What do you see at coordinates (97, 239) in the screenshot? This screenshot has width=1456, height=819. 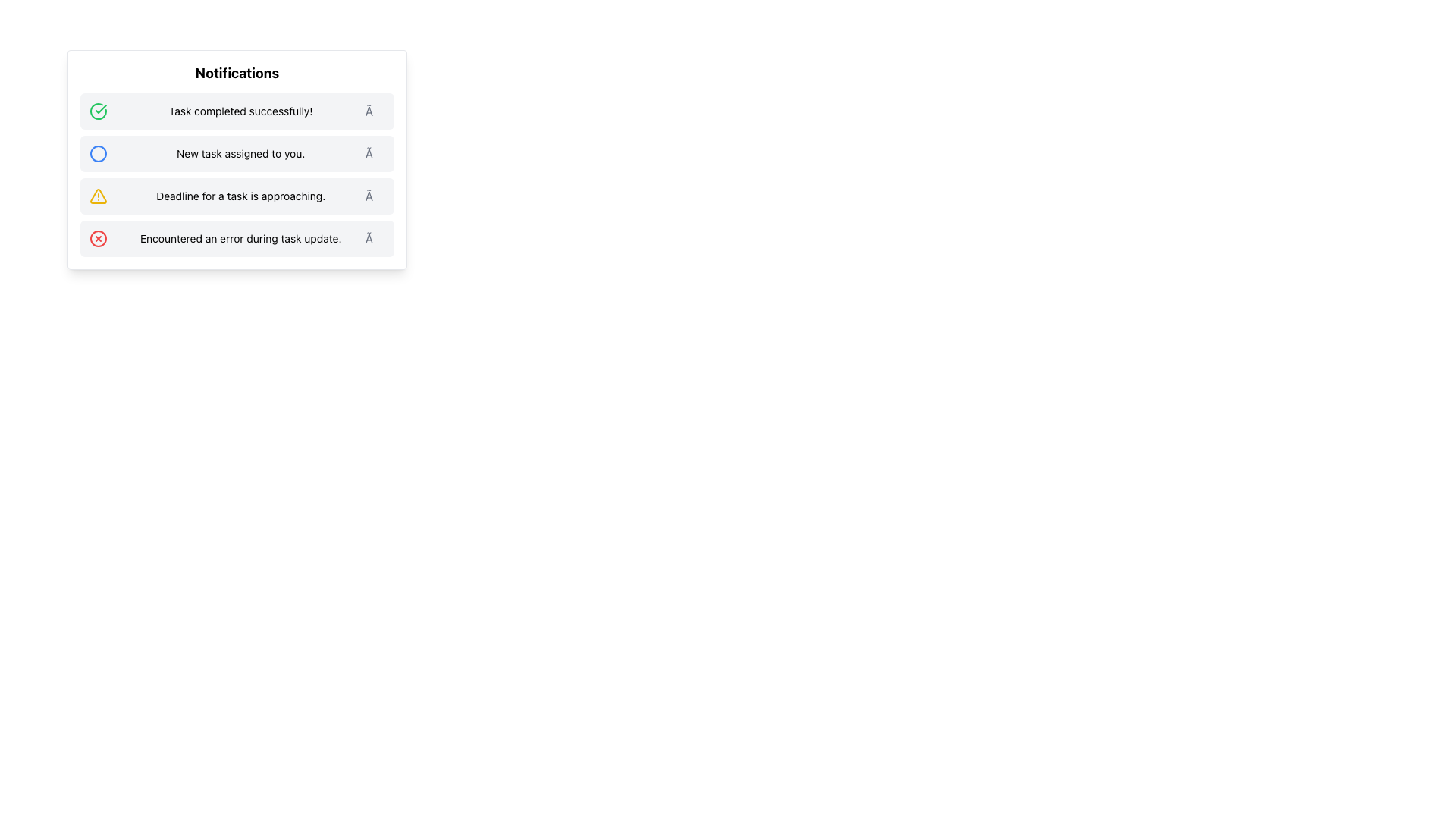 I see `the red circular icon with a white 'X' inside, located in the bottom notification entry of the 'Notifications' section, to gather information about the error encountered during task update` at bounding box center [97, 239].